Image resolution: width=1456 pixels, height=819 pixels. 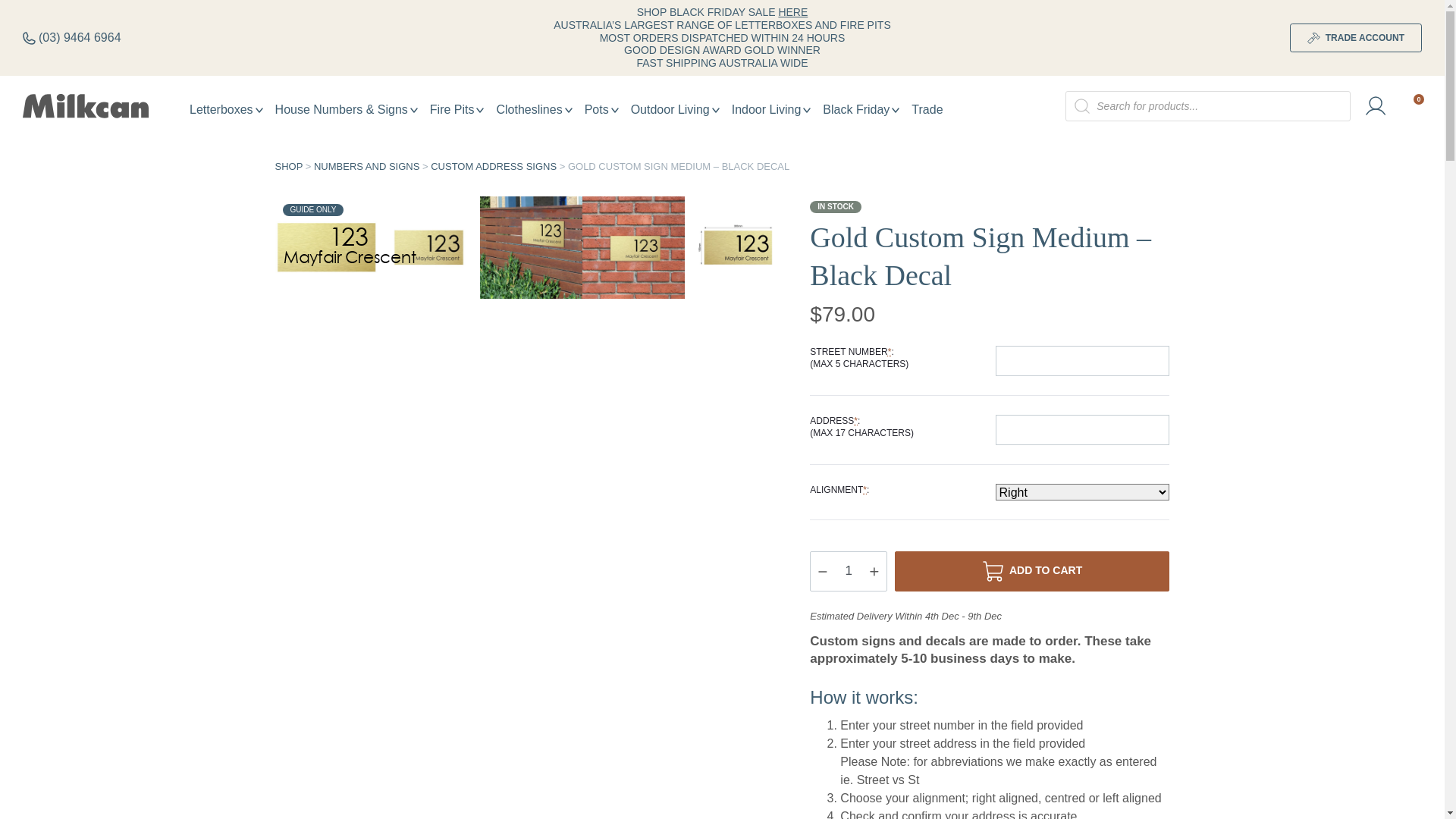 What do you see at coordinates (71, 37) in the screenshot?
I see `'(03) 9464 6964'` at bounding box center [71, 37].